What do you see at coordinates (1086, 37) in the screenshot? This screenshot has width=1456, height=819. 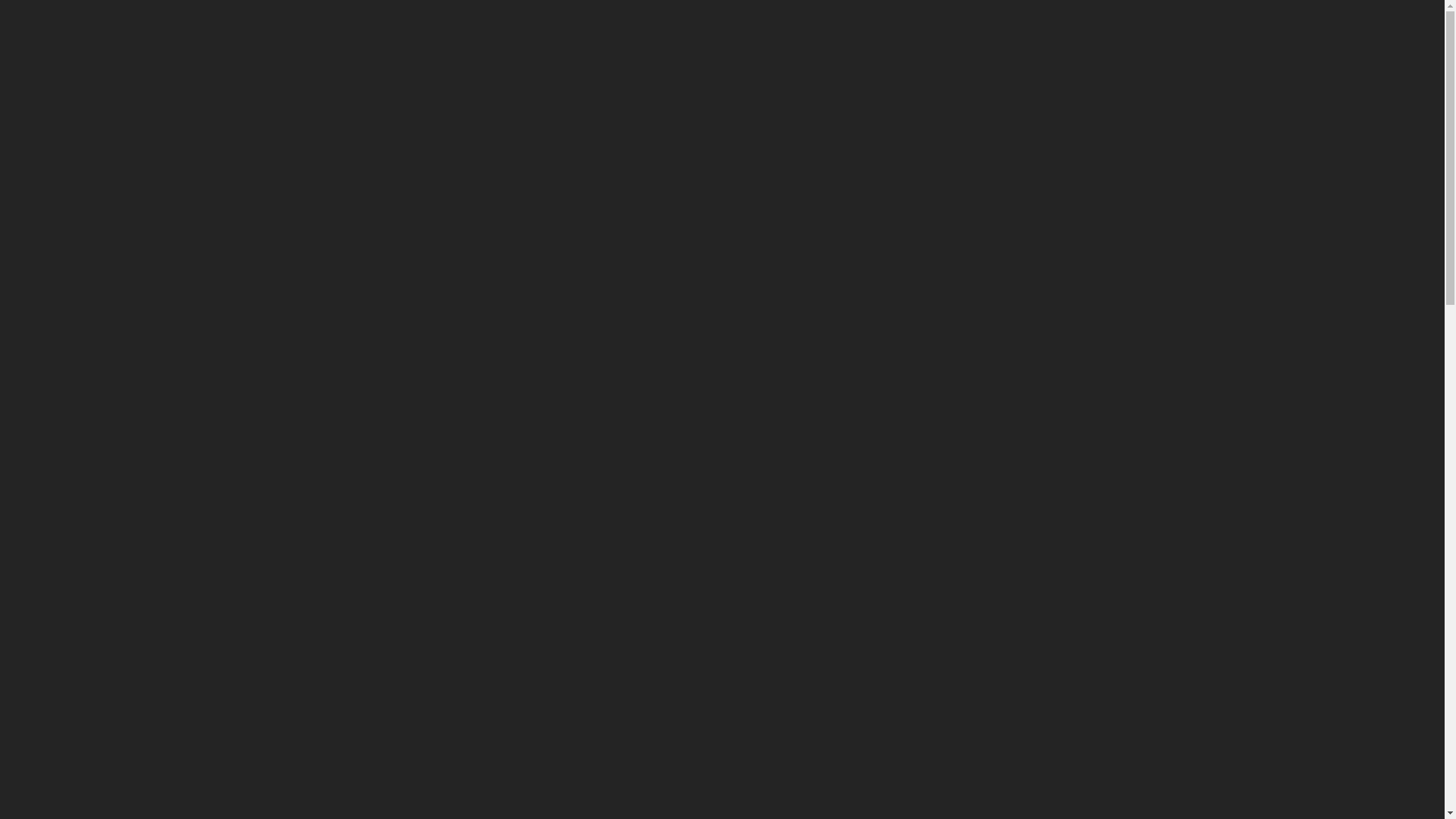 I see `'0417 700 033'` at bounding box center [1086, 37].